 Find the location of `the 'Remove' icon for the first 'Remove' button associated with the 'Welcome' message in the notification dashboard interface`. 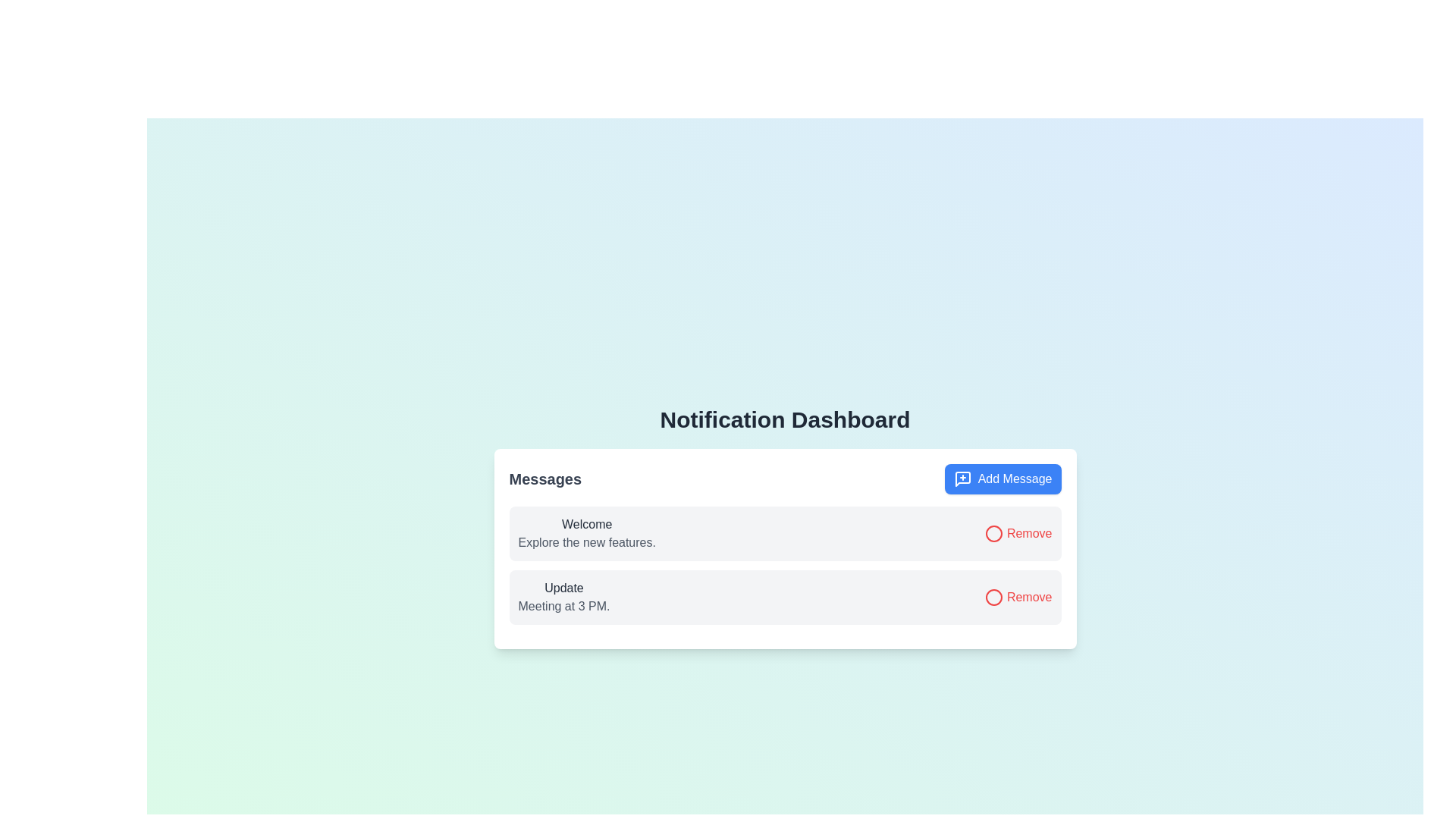

the 'Remove' icon for the first 'Remove' button associated with the 'Welcome' message in the notification dashboard interface is located at coordinates (994, 597).